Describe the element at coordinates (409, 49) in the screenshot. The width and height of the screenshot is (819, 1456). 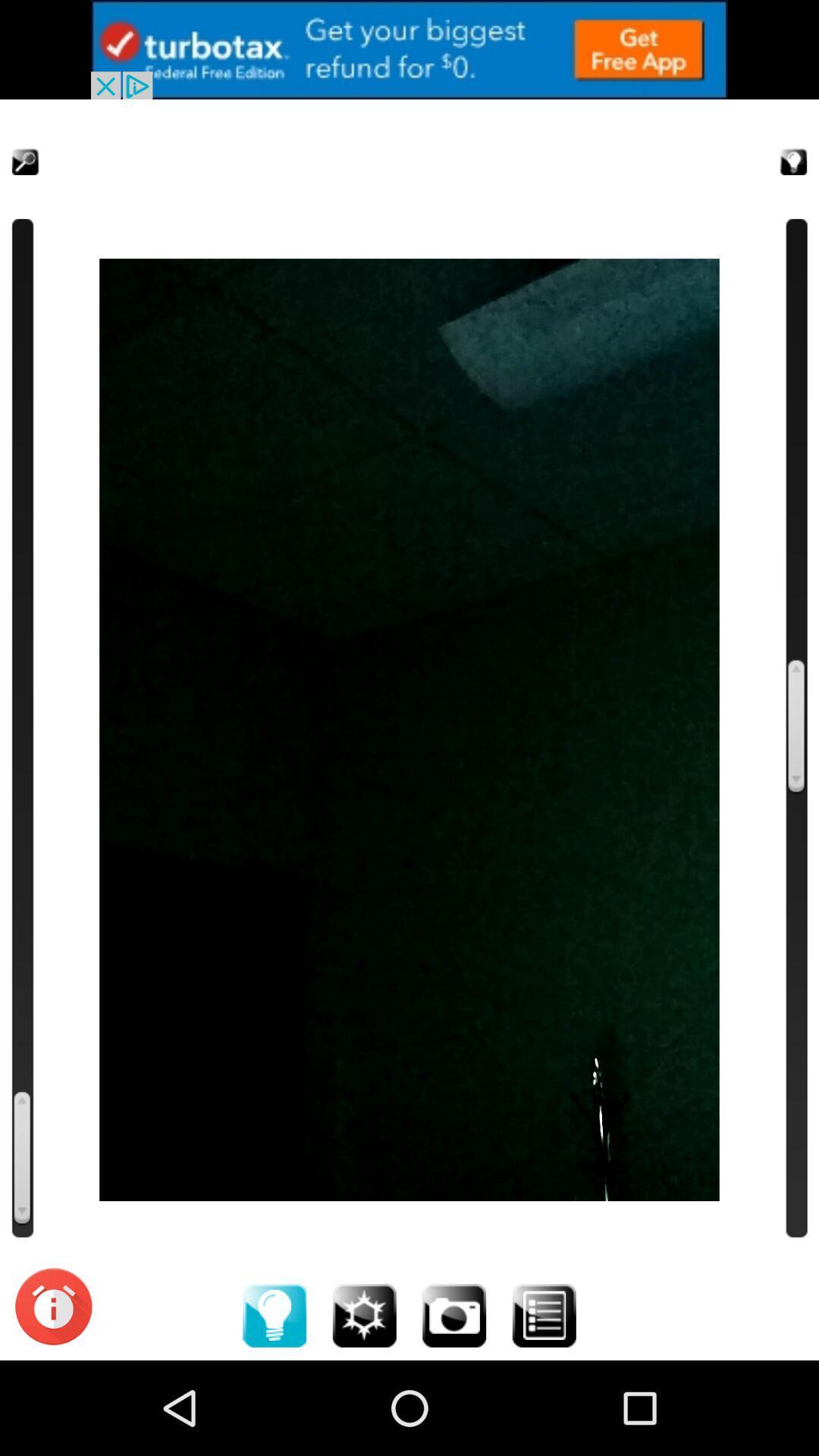
I see `advertisement` at that location.